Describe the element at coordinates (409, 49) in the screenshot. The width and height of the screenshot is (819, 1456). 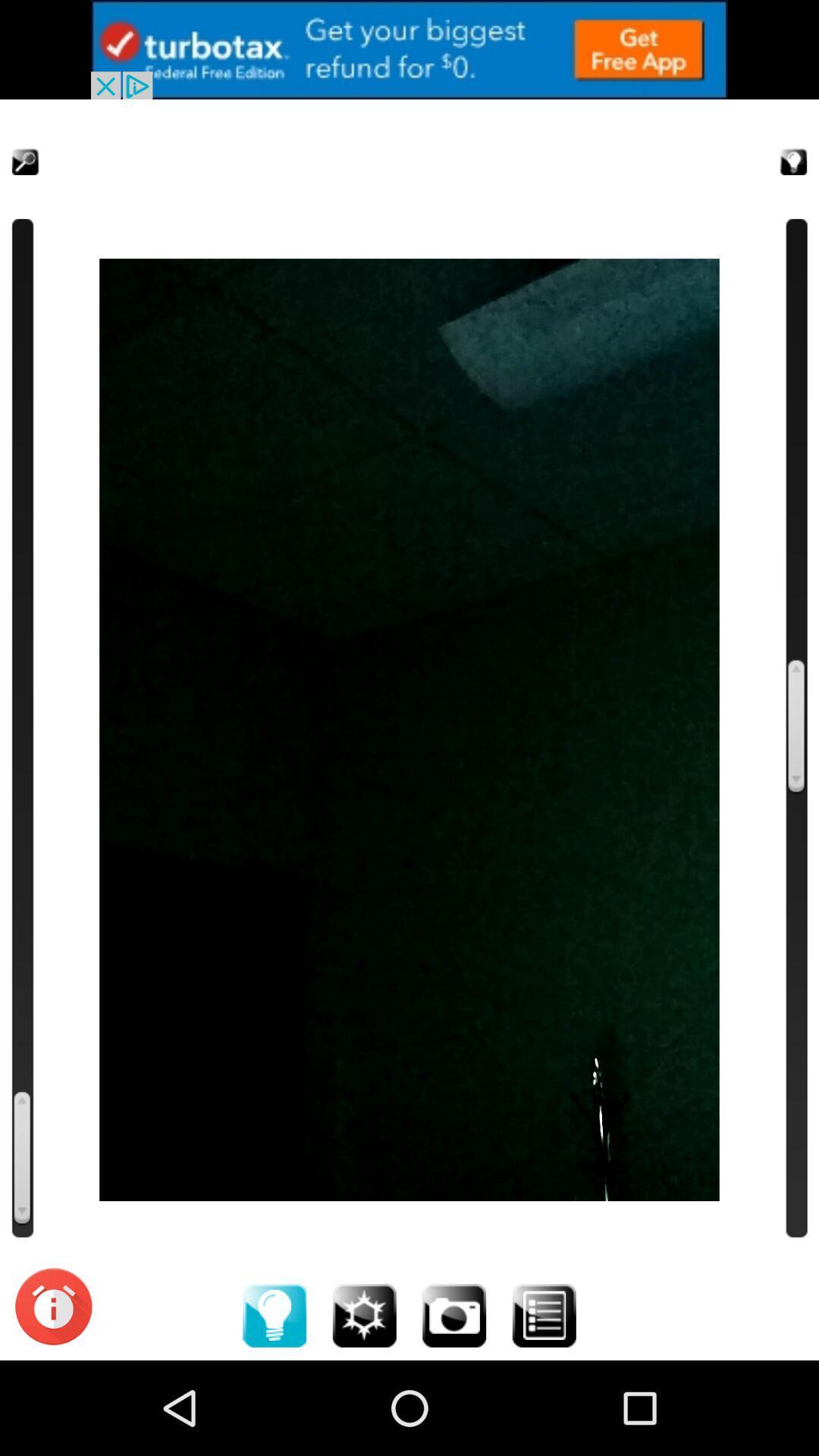
I see `advertisement` at that location.